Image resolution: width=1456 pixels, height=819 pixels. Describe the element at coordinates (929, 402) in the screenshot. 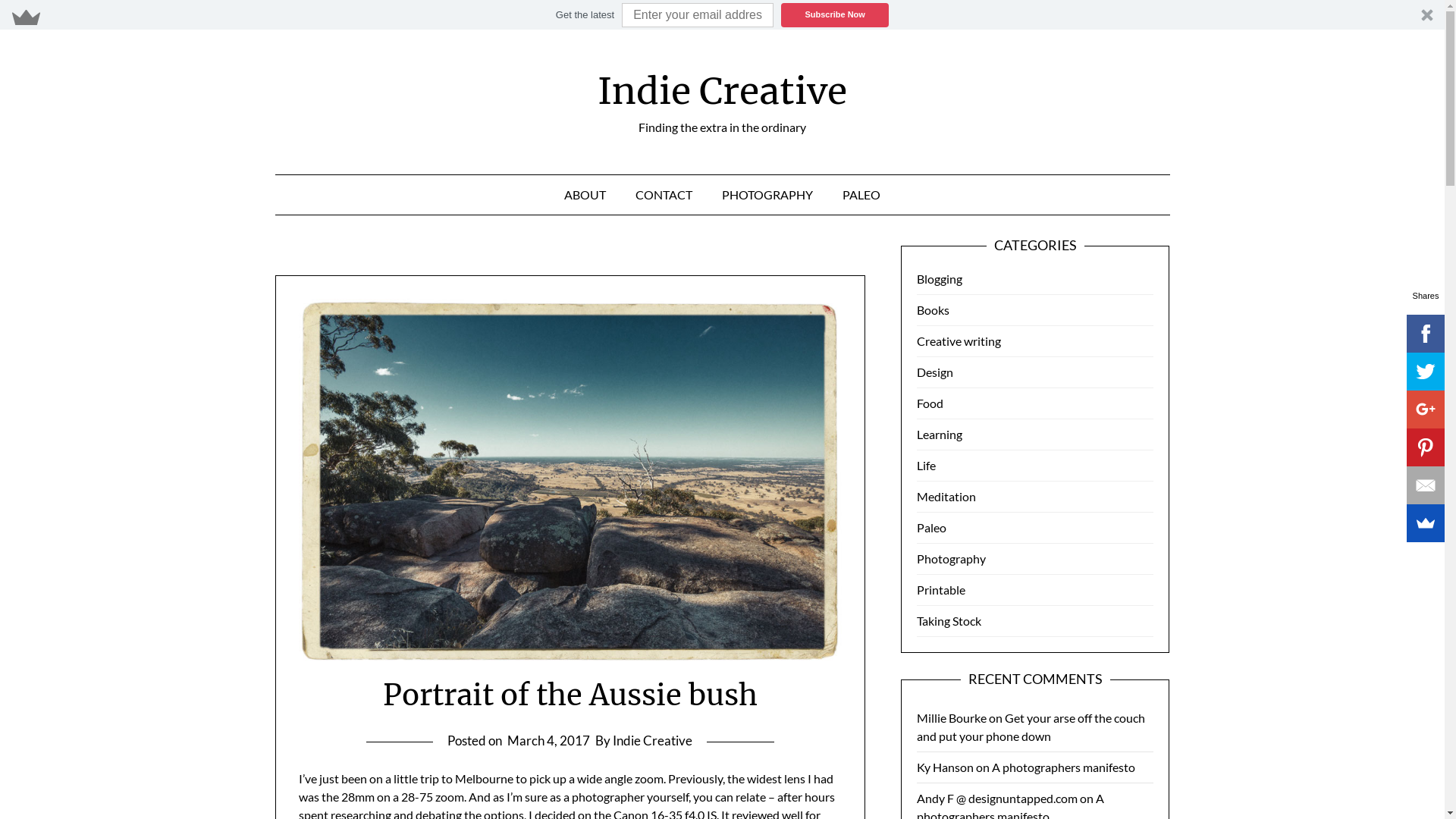

I see `'Food'` at that location.